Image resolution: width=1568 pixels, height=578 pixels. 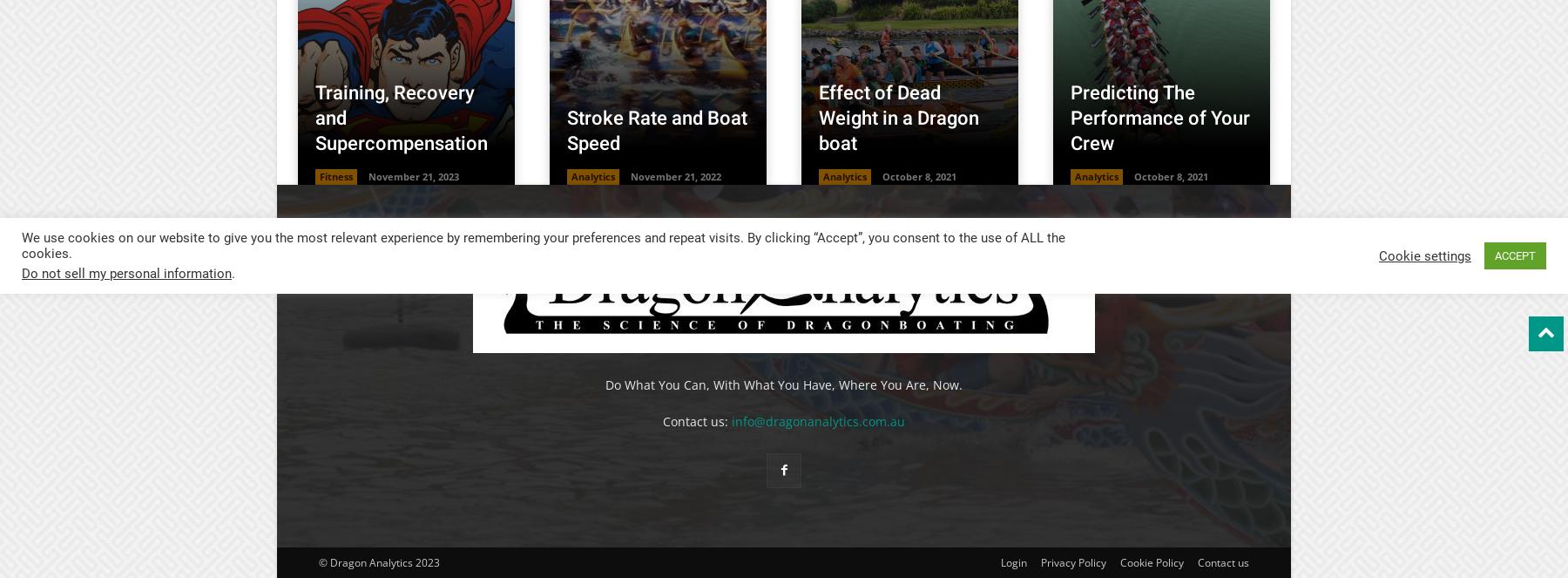 I want to click on 'ACCEPT', so click(x=1494, y=255).